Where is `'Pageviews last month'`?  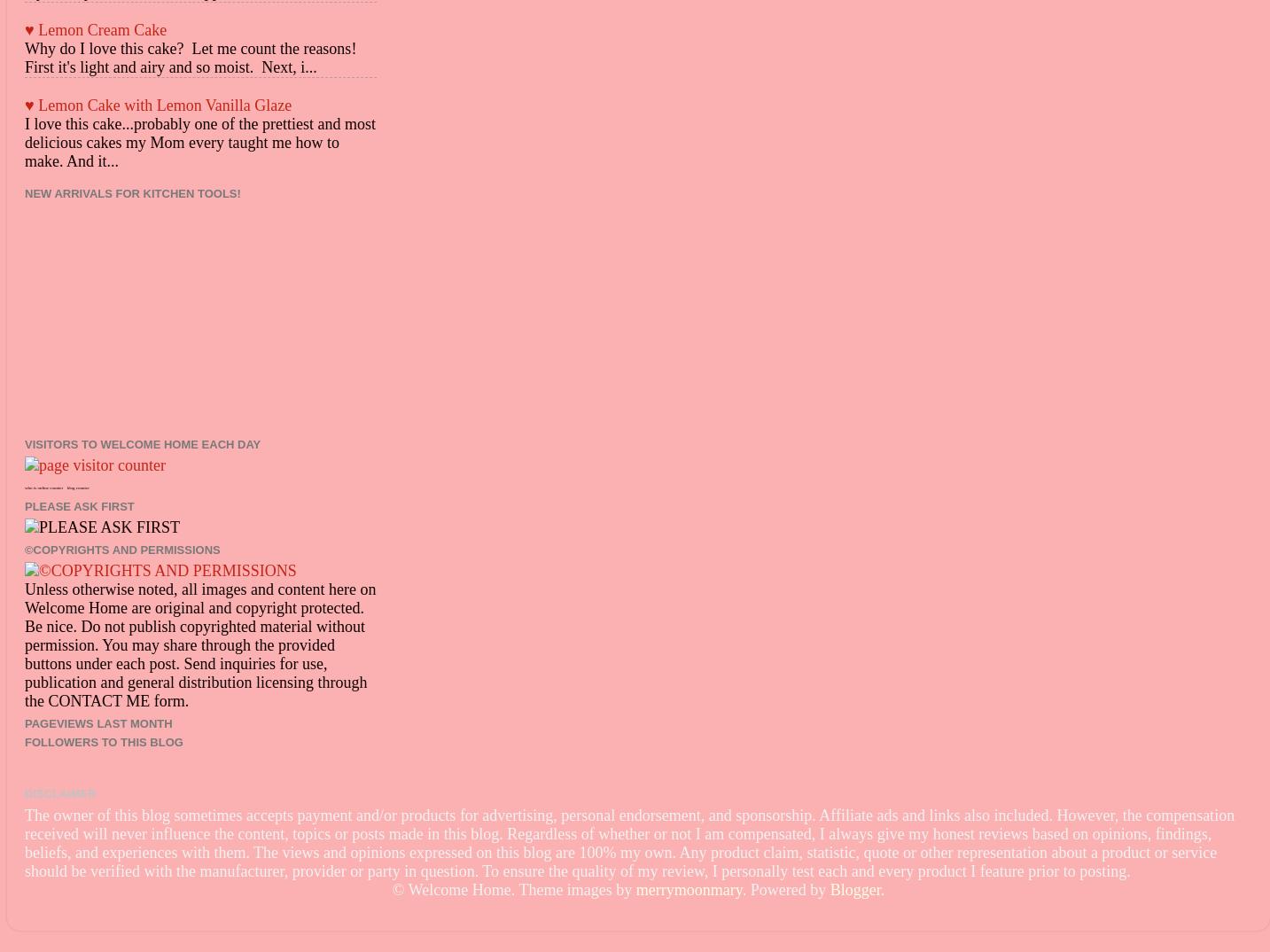 'Pageviews last month' is located at coordinates (97, 722).